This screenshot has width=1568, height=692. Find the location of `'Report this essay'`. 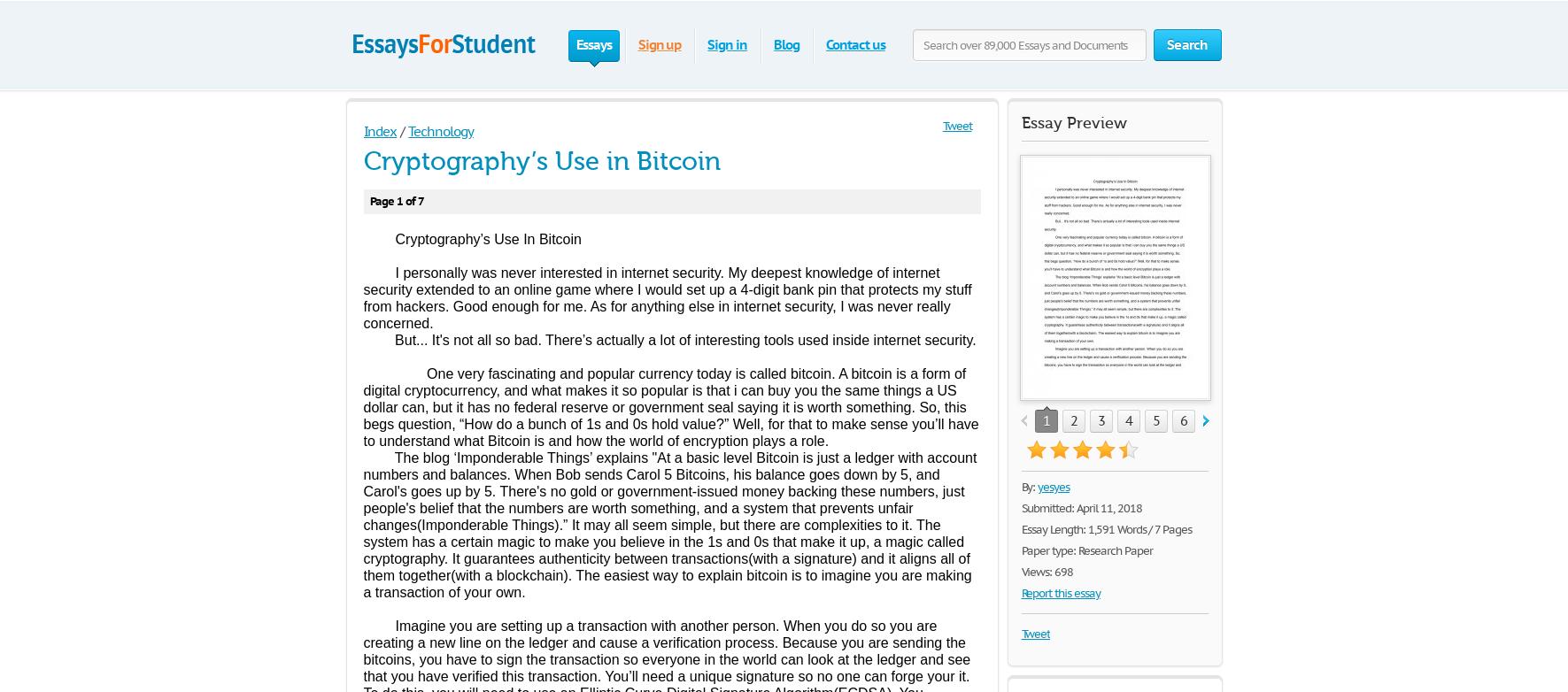

'Report this essay' is located at coordinates (1020, 592).